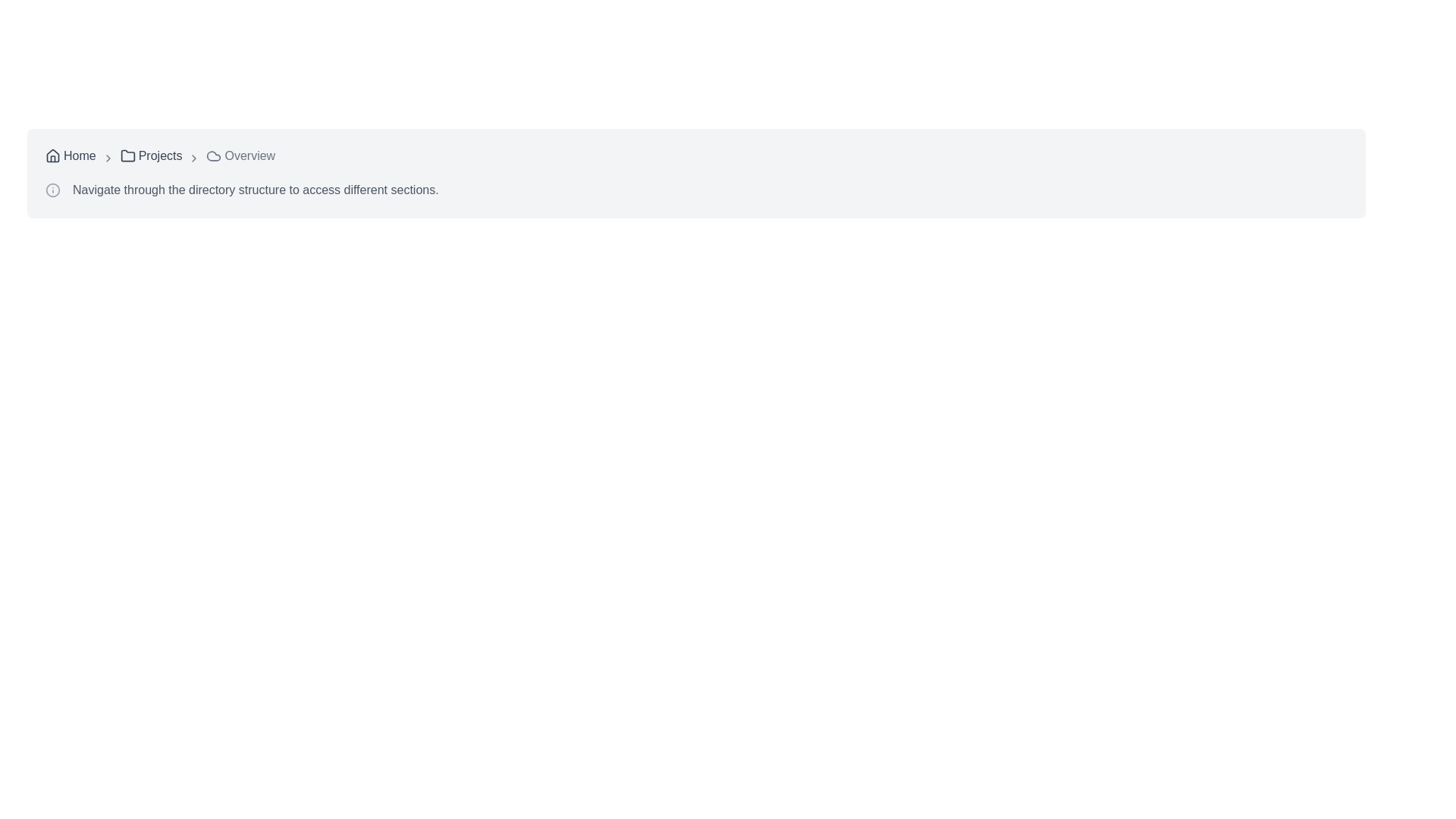  Describe the element at coordinates (151, 158) in the screenshot. I see `the second item in the breadcrumb navigation bar` at that location.